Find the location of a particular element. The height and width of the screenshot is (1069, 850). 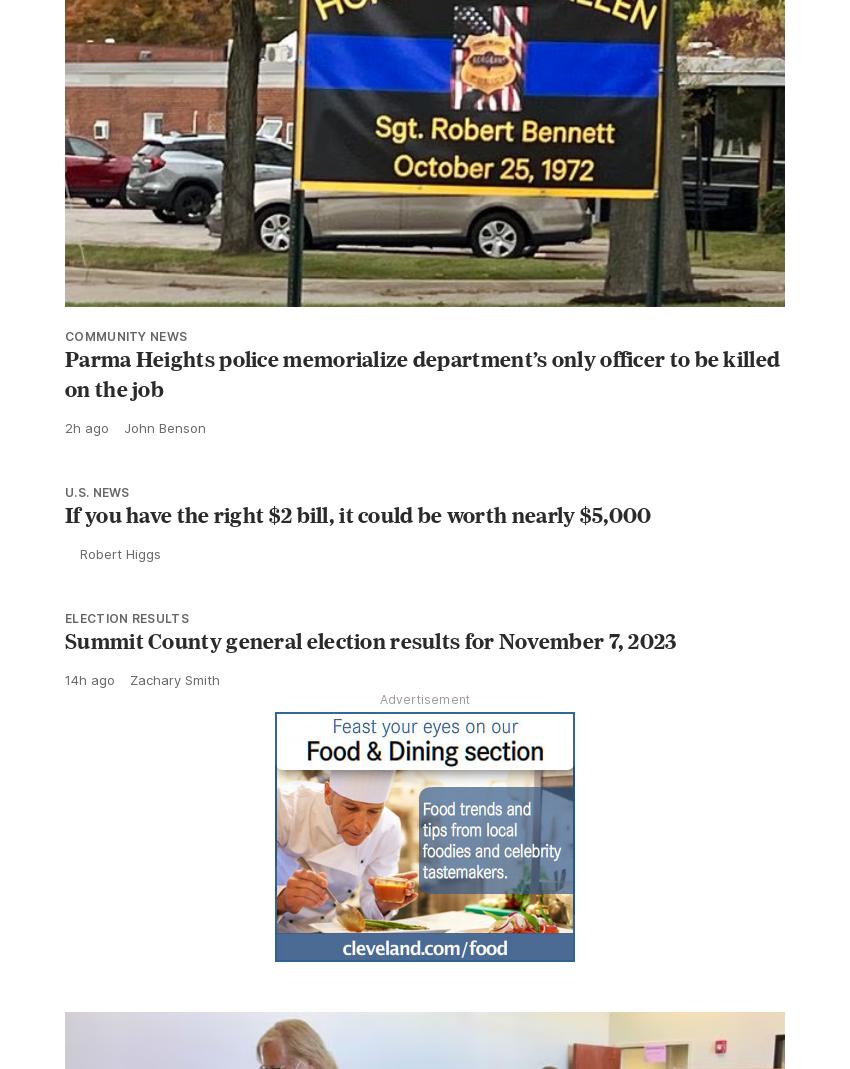

'2h ago' is located at coordinates (86, 427).